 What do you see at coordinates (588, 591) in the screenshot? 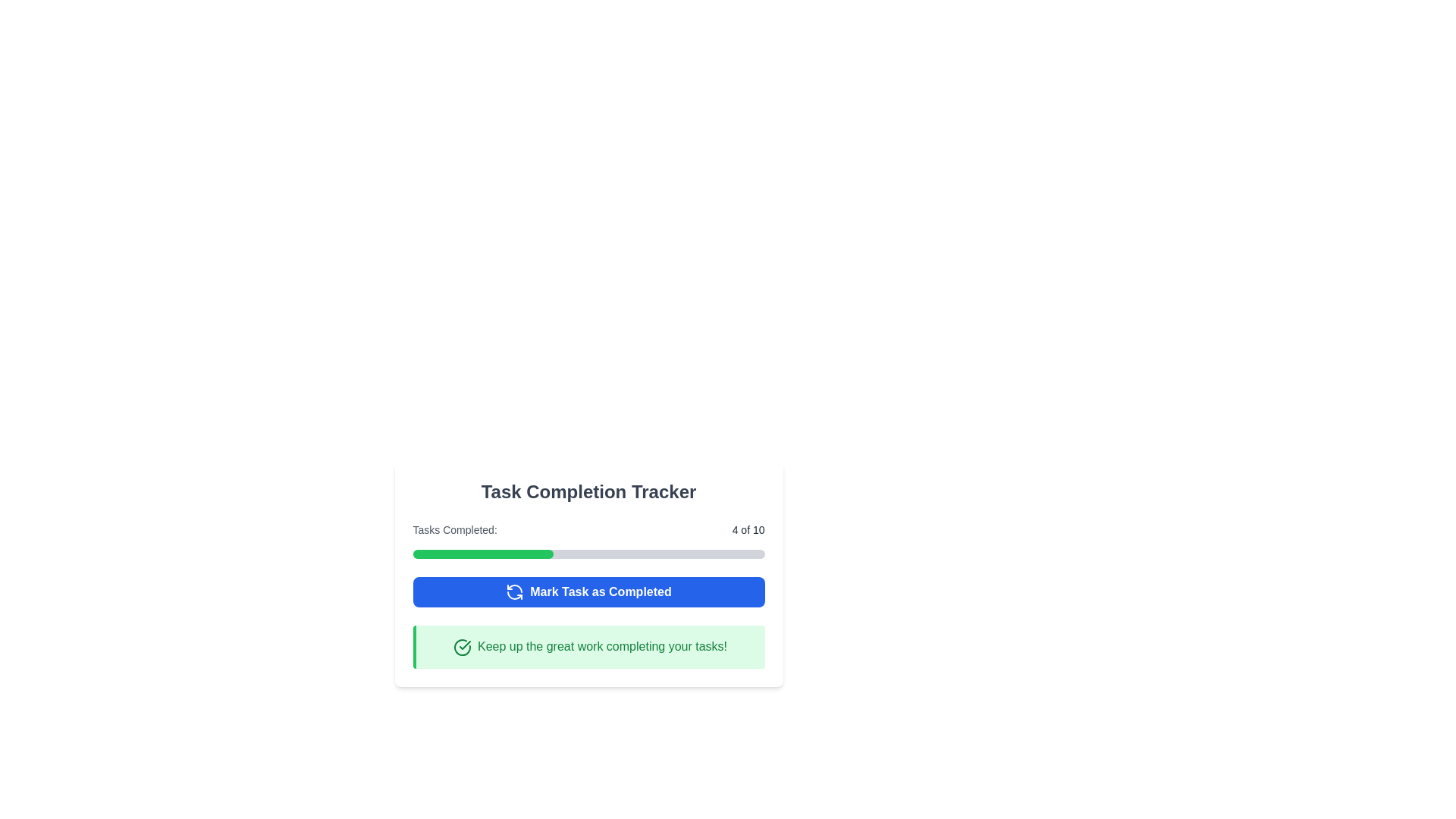
I see `the button located below the progress bar in the task tracker section to mark a task as completed` at bounding box center [588, 591].